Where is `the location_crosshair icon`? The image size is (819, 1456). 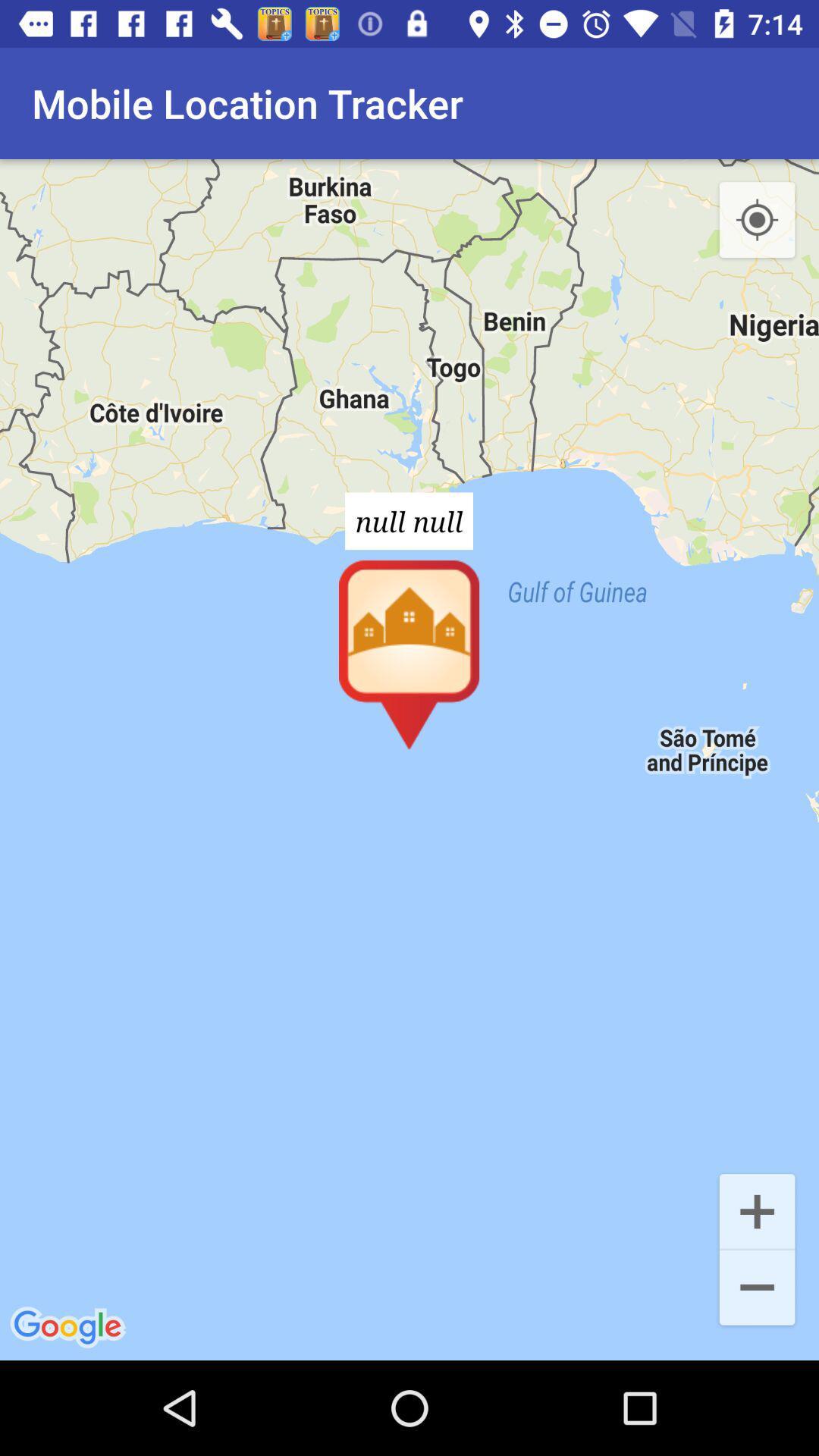
the location_crosshair icon is located at coordinates (757, 220).